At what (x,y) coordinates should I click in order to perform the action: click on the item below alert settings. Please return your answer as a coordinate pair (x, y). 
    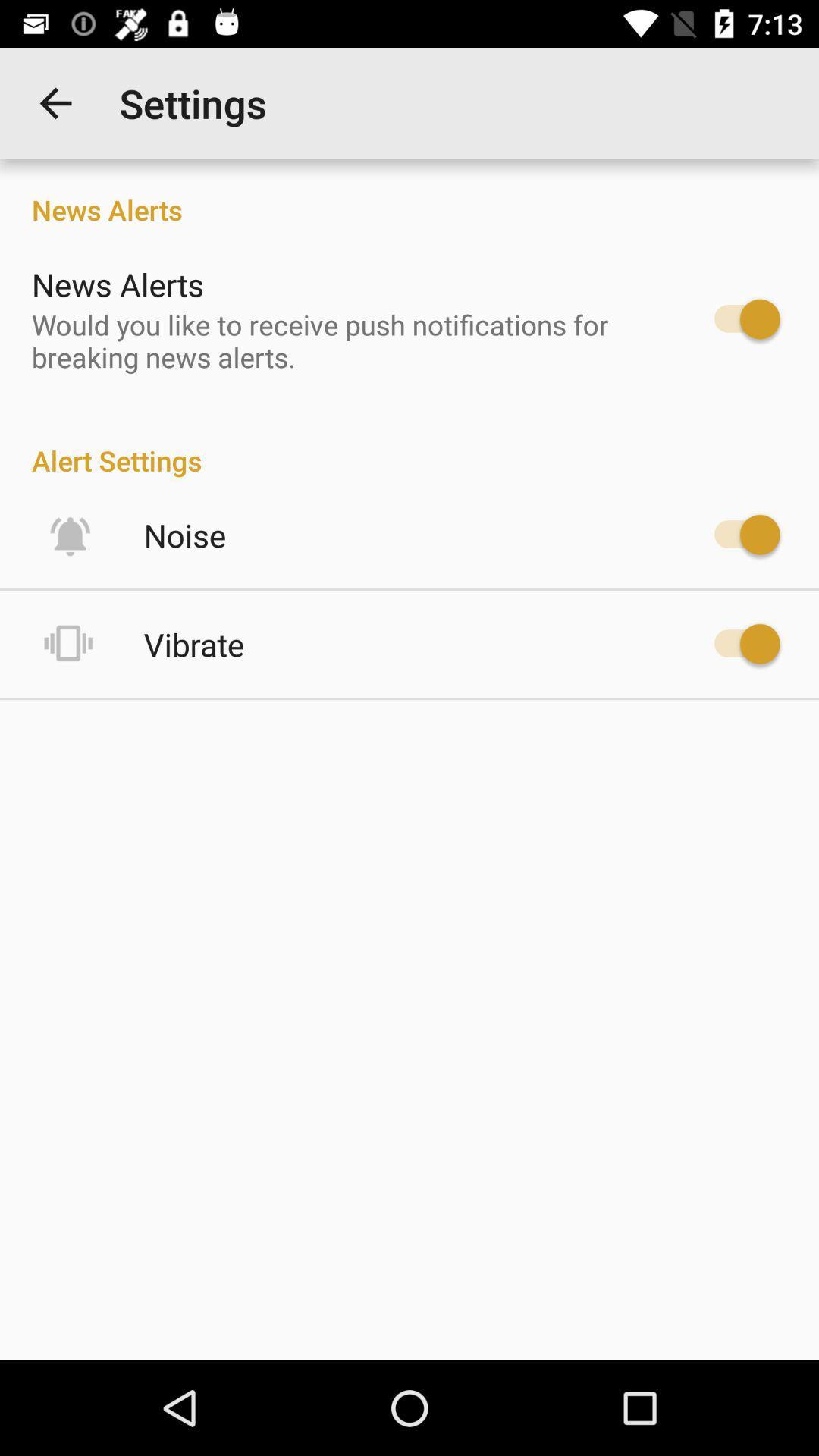
    Looking at the image, I should click on (184, 535).